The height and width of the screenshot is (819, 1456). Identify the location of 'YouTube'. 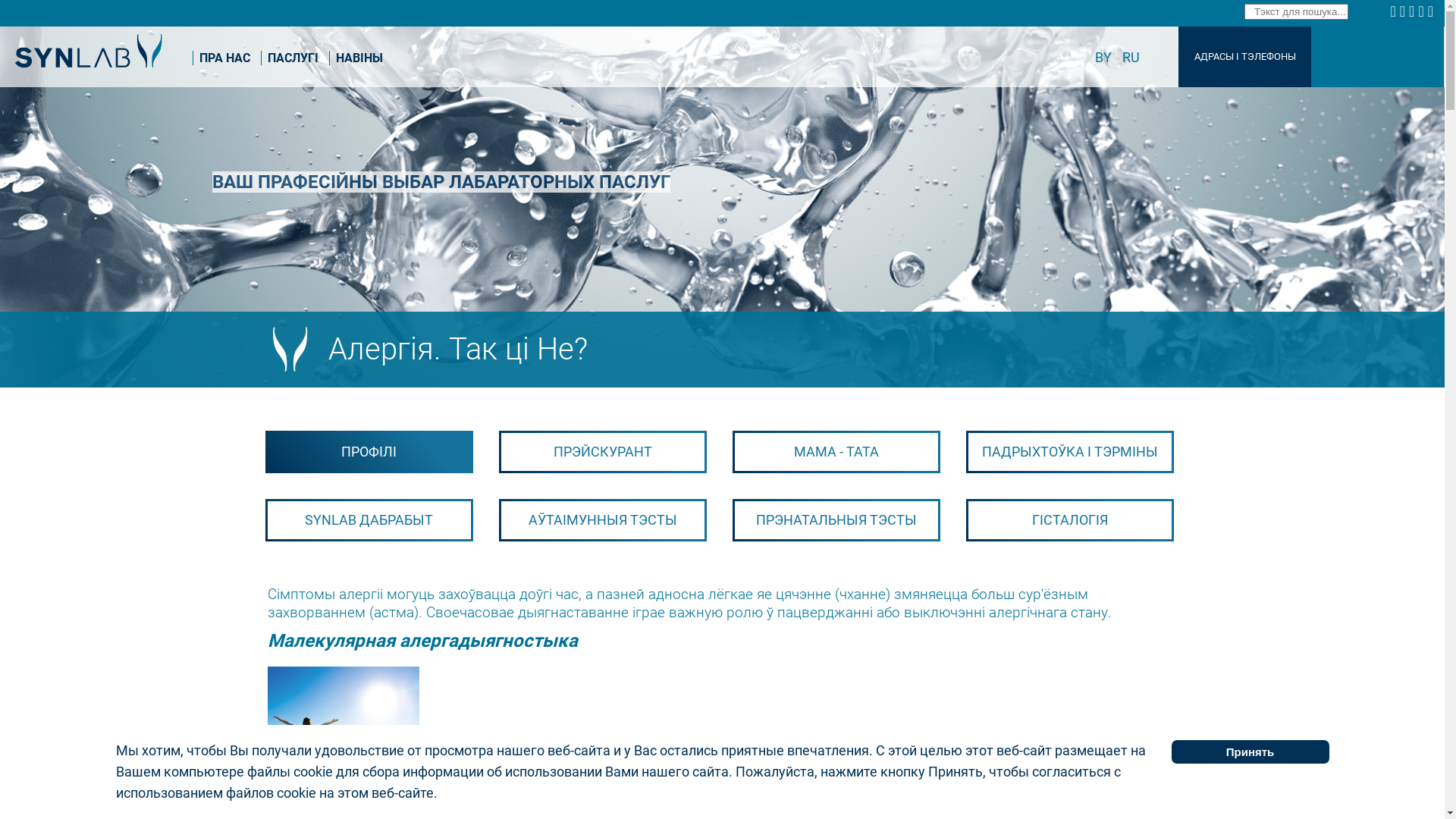
(1432, 11).